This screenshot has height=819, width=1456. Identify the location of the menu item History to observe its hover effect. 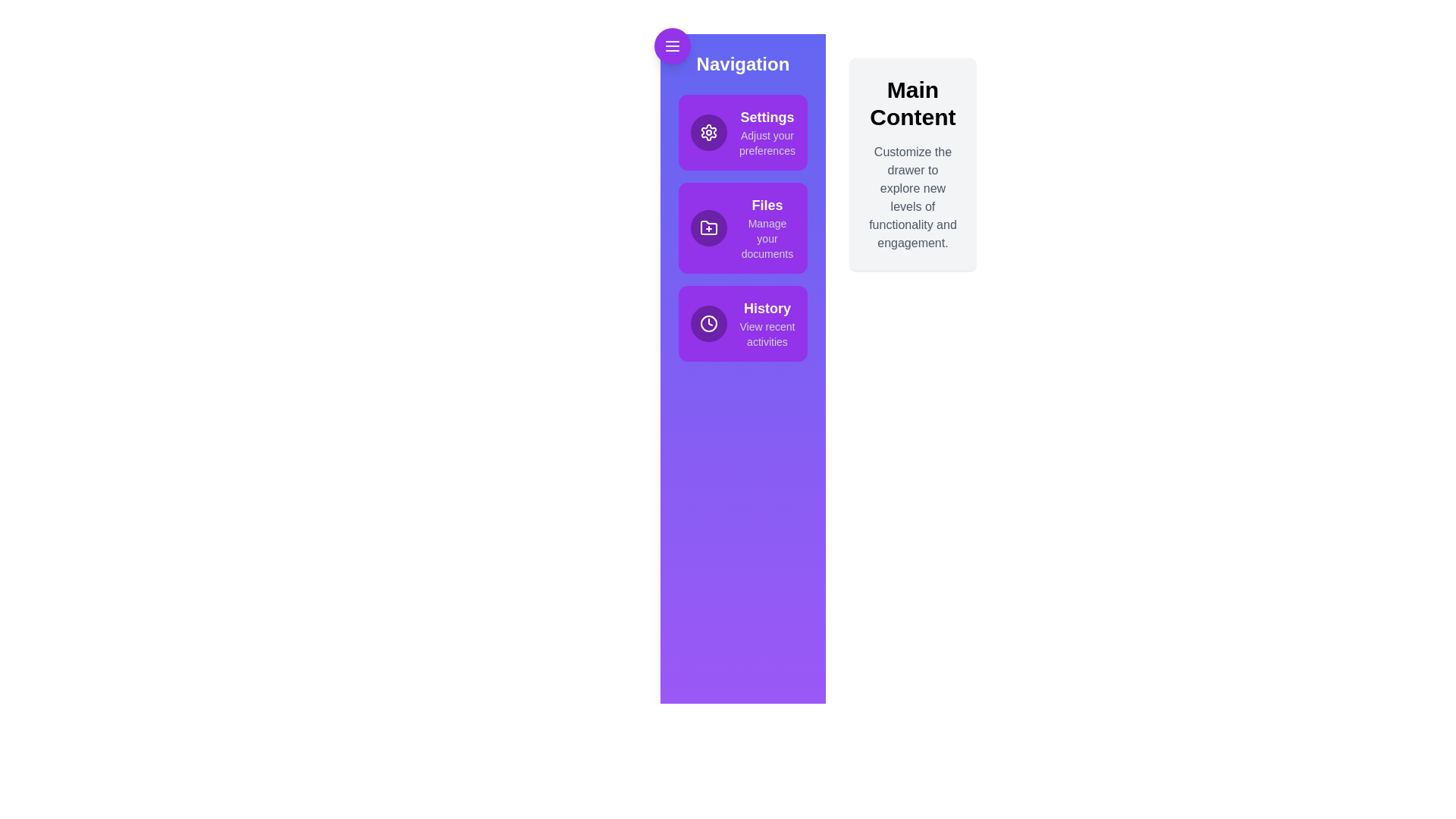
(742, 323).